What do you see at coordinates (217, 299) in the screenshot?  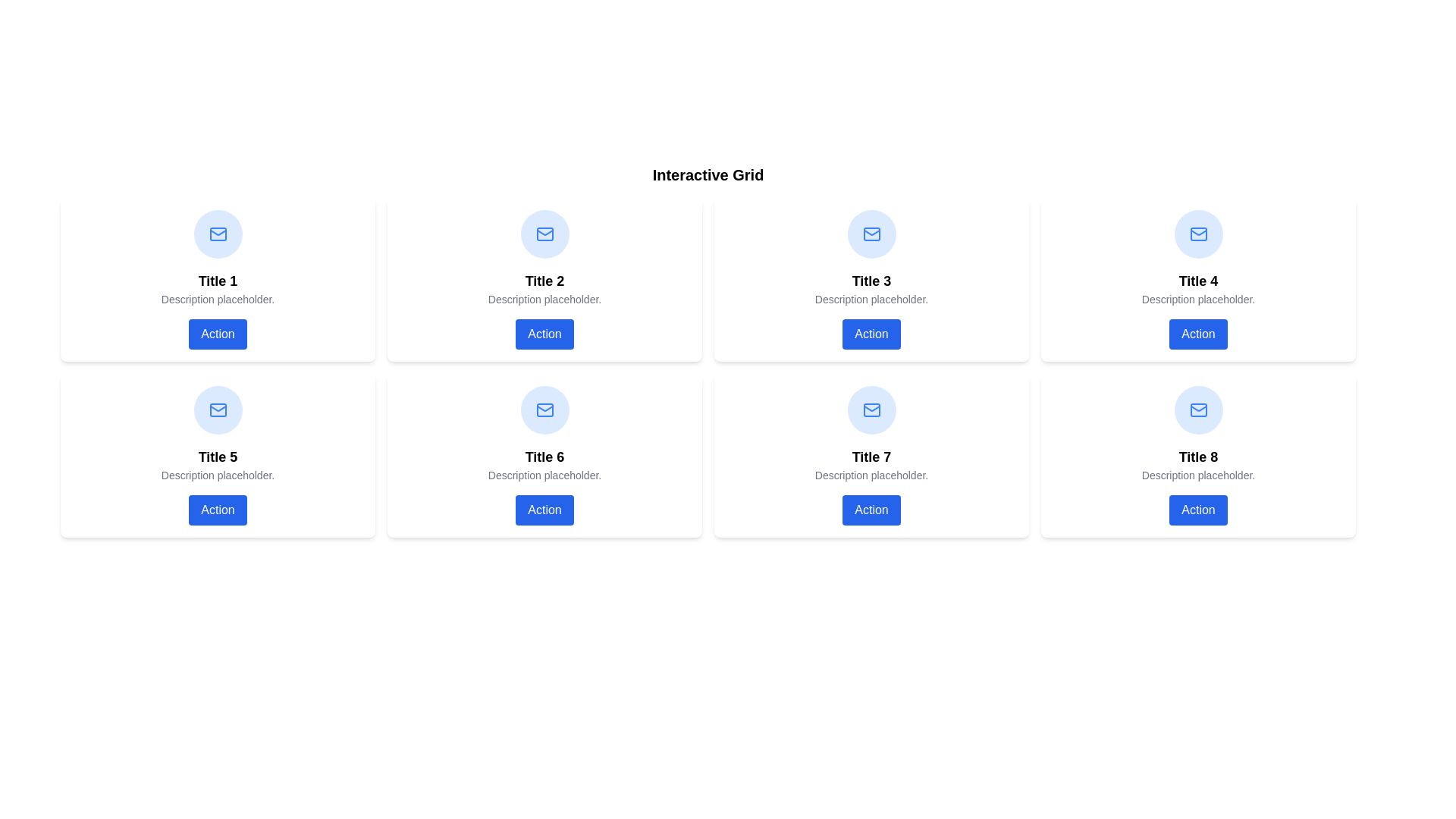 I see `the static text element that displays descriptive information, positioned directly below 'Title 1' and above the 'Action' button in the top-left card of the grid layout` at bounding box center [217, 299].